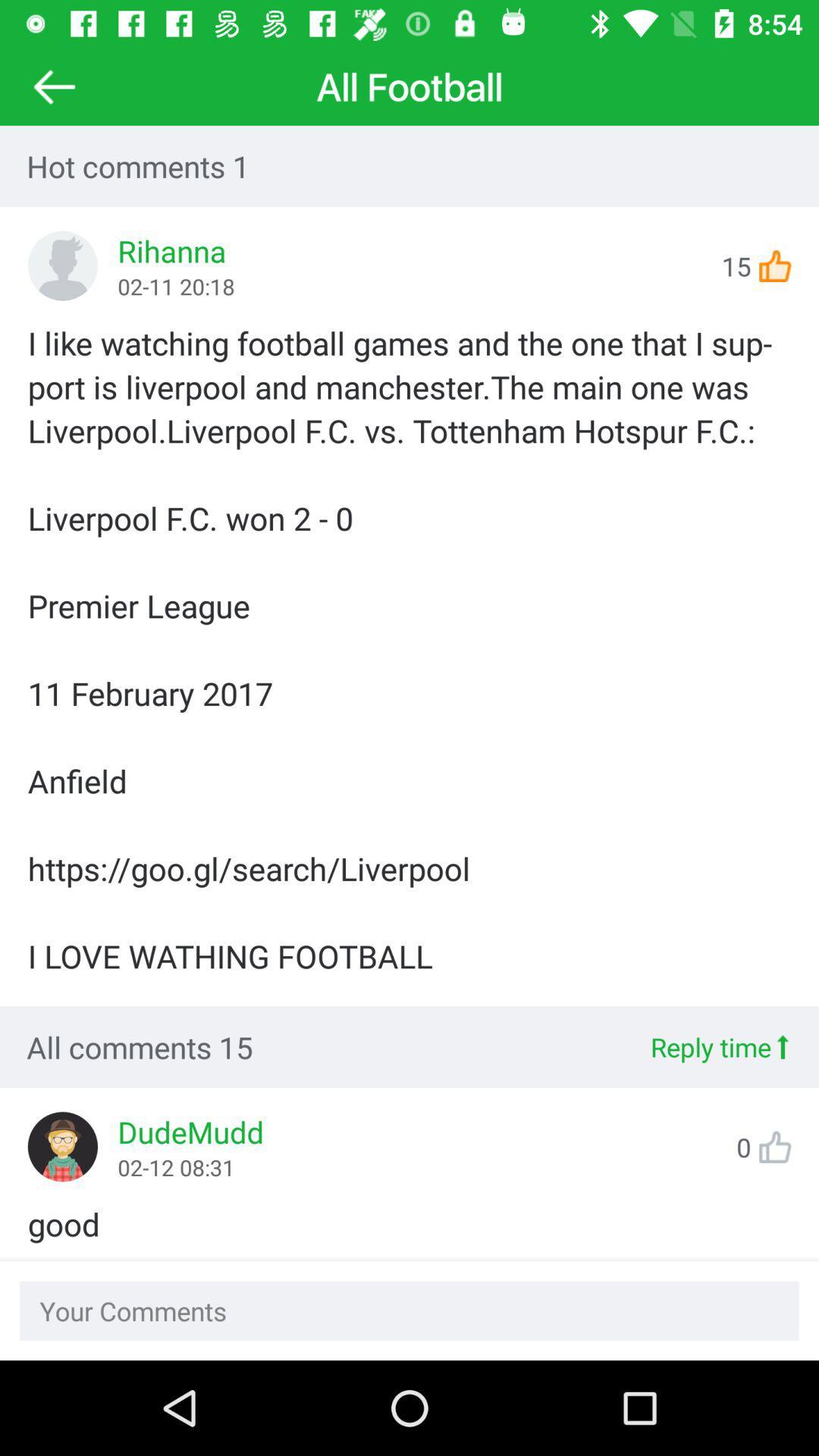 This screenshot has height=1456, width=819. I want to click on the arrow_backward icon, so click(53, 86).